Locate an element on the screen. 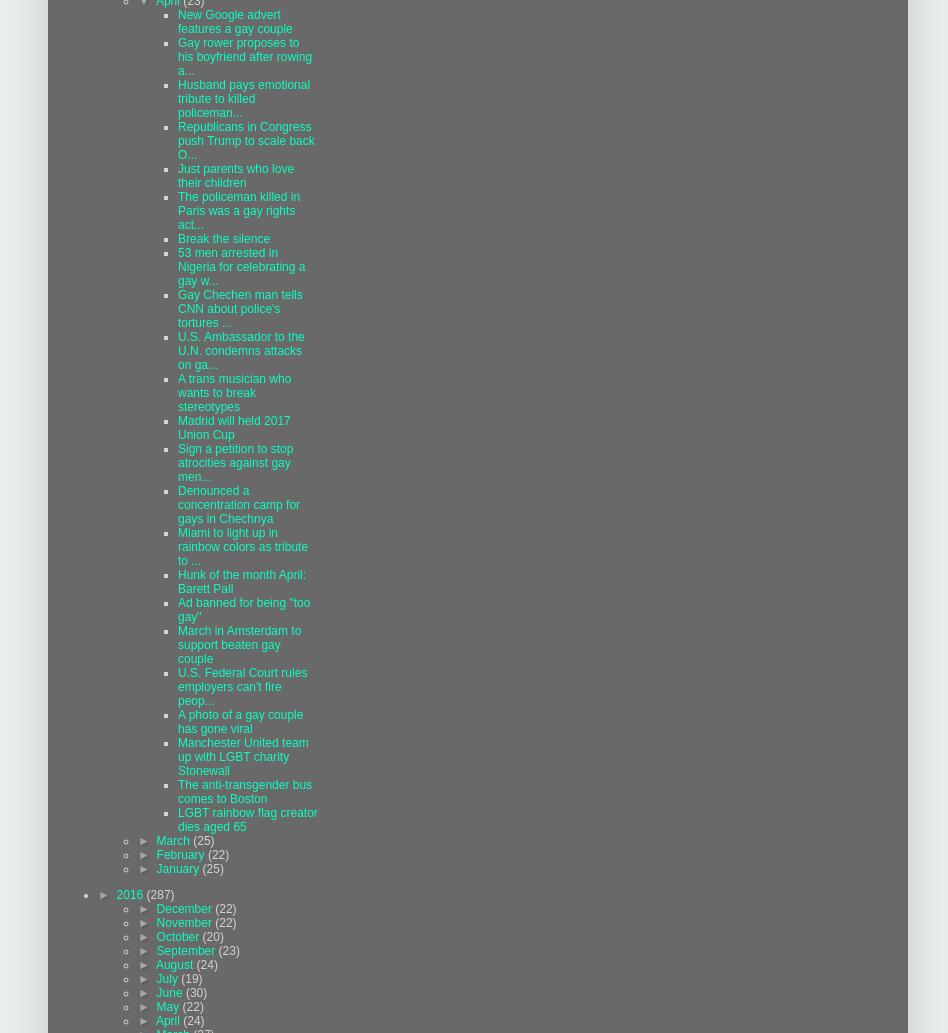 Image resolution: width=948 pixels, height=1033 pixels. 'Gay Chechen man tells CNN about police's tortures ...' is located at coordinates (240, 307).